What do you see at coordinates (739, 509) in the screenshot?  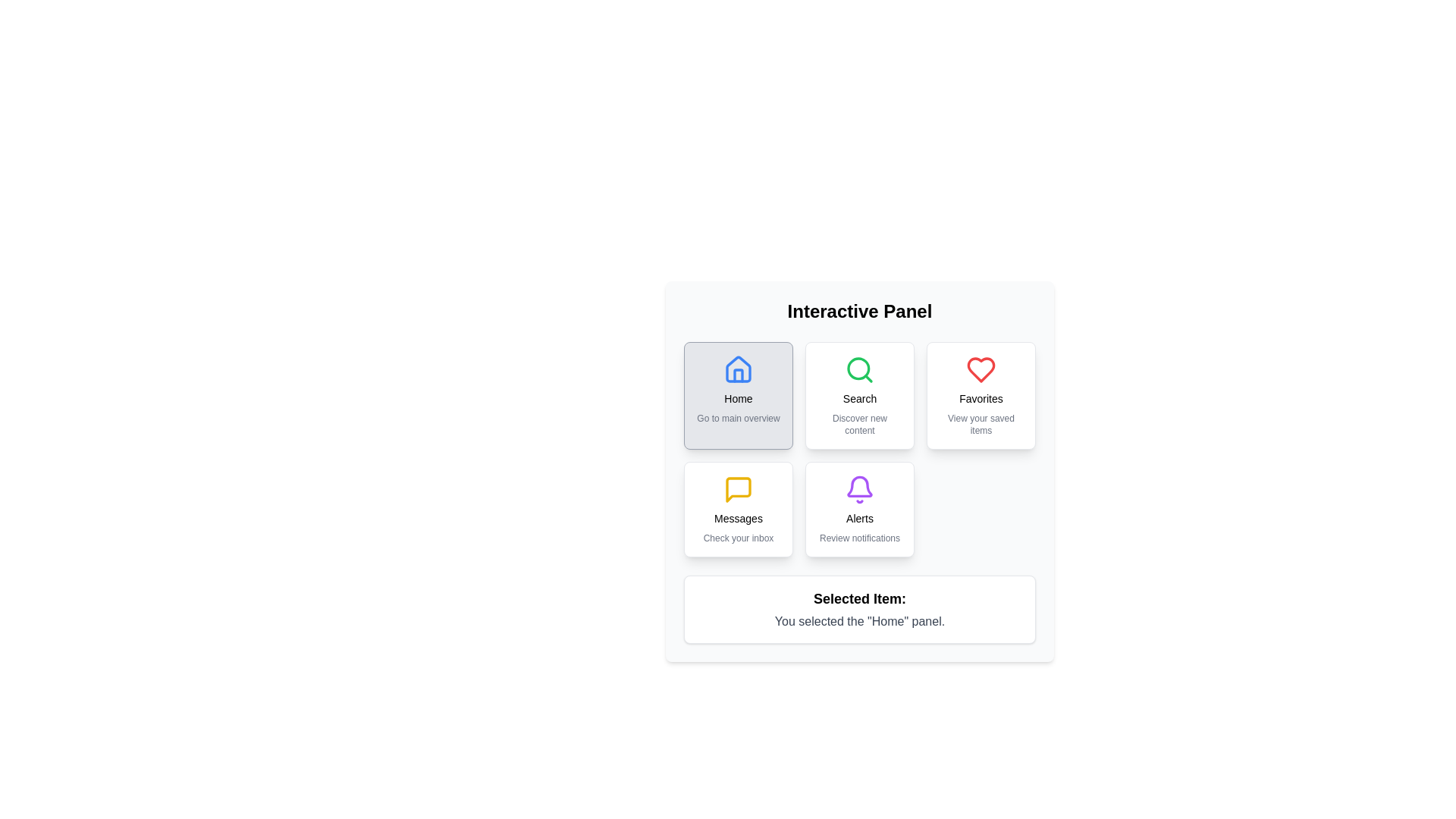 I see `the 'Messages' button, which has a white background, rounded corners, a yellow chat bubble icon at the top, a bold 'Messages' title in black, and a smaller grey text 'Check your inbox' below the title` at bounding box center [739, 509].